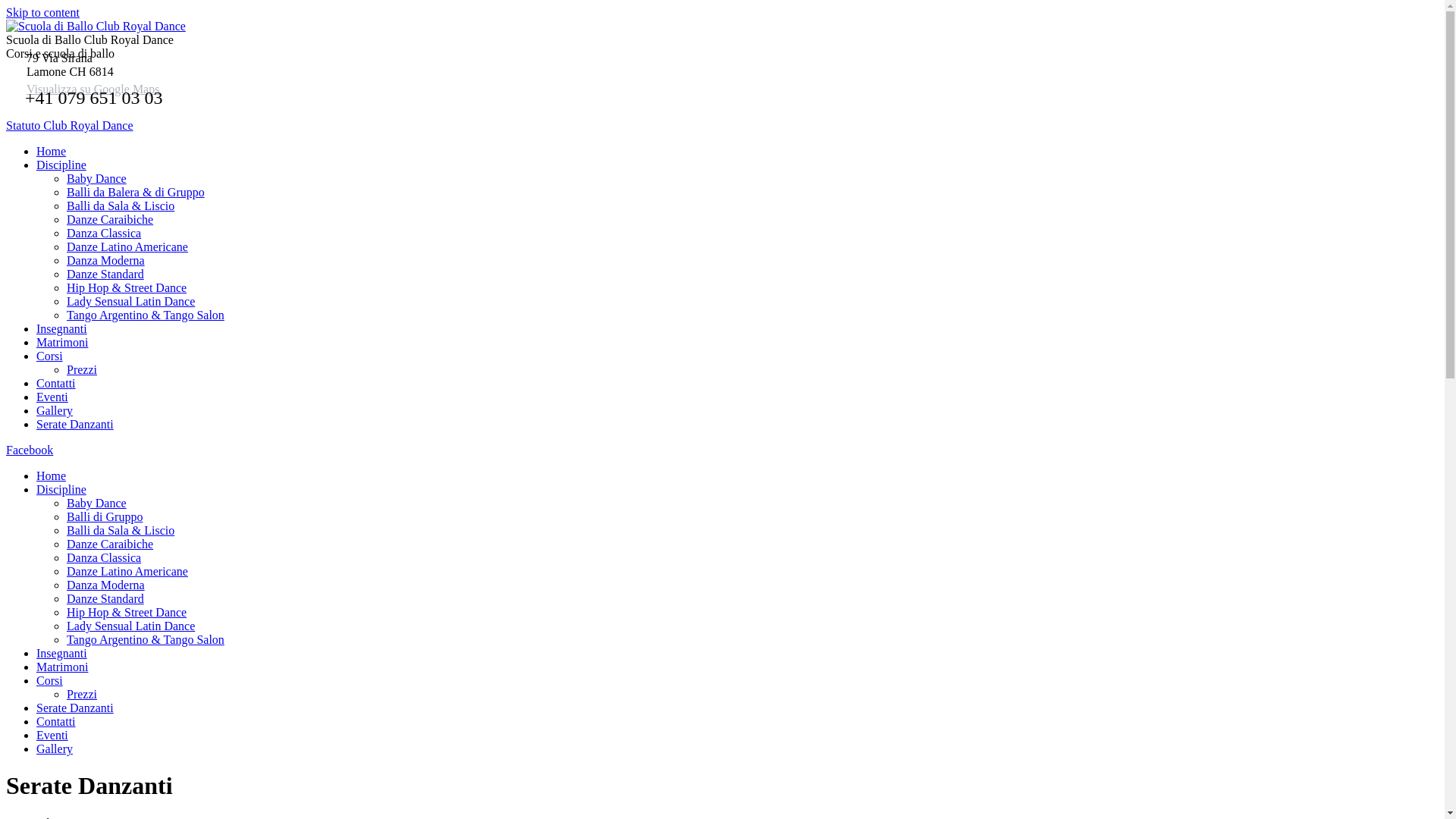 Image resolution: width=1456 pixels, height=819 pixels. I want to click on 'Skip to content', so click(42, 12).